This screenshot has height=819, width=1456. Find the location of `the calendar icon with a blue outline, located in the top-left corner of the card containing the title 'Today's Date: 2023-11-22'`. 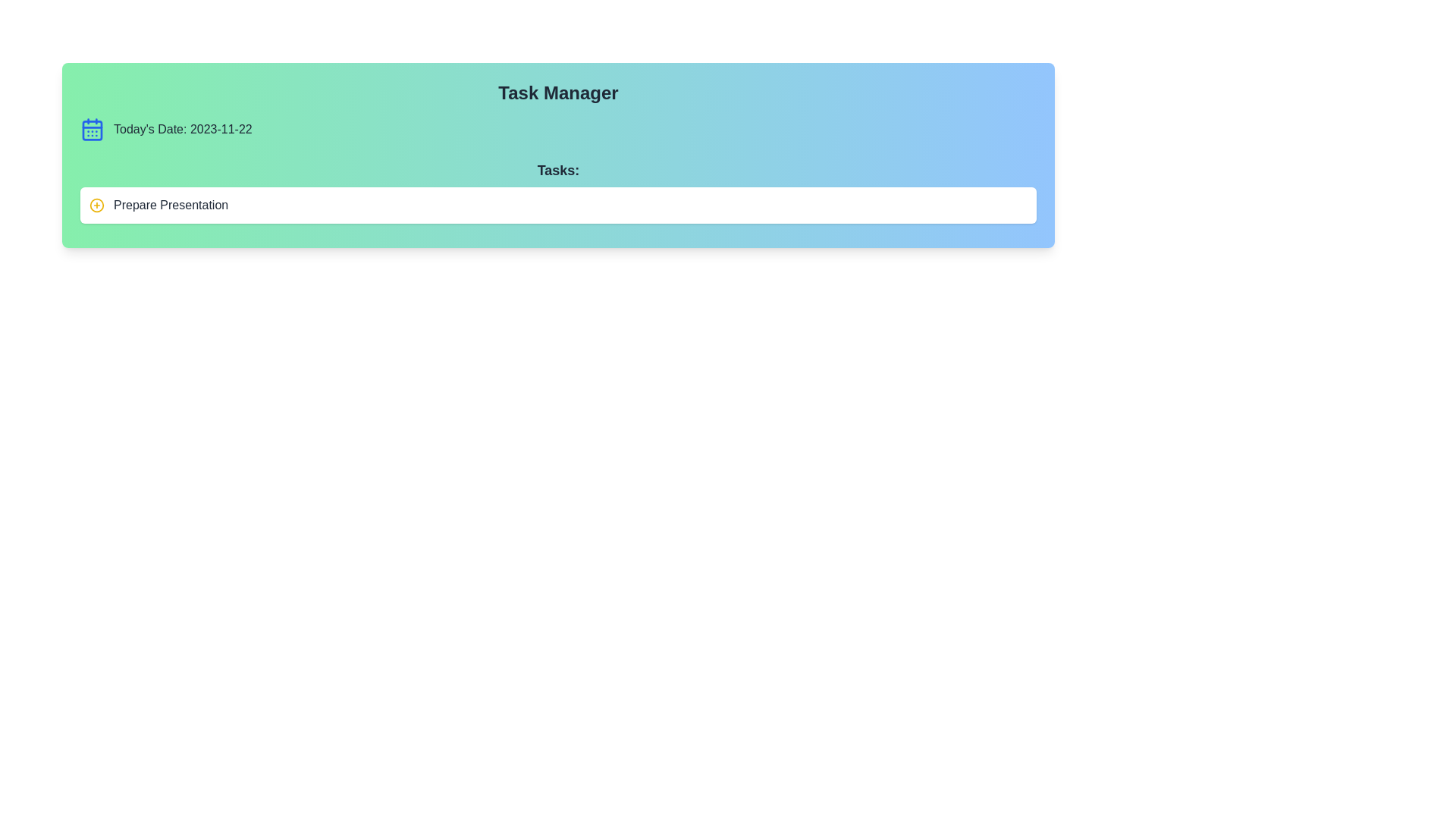

the calendar icon with a blue outline, located in the top-left corner of the card containing the title 'Today's Date: 2023-11-22' is located at coordinates (91, 128).